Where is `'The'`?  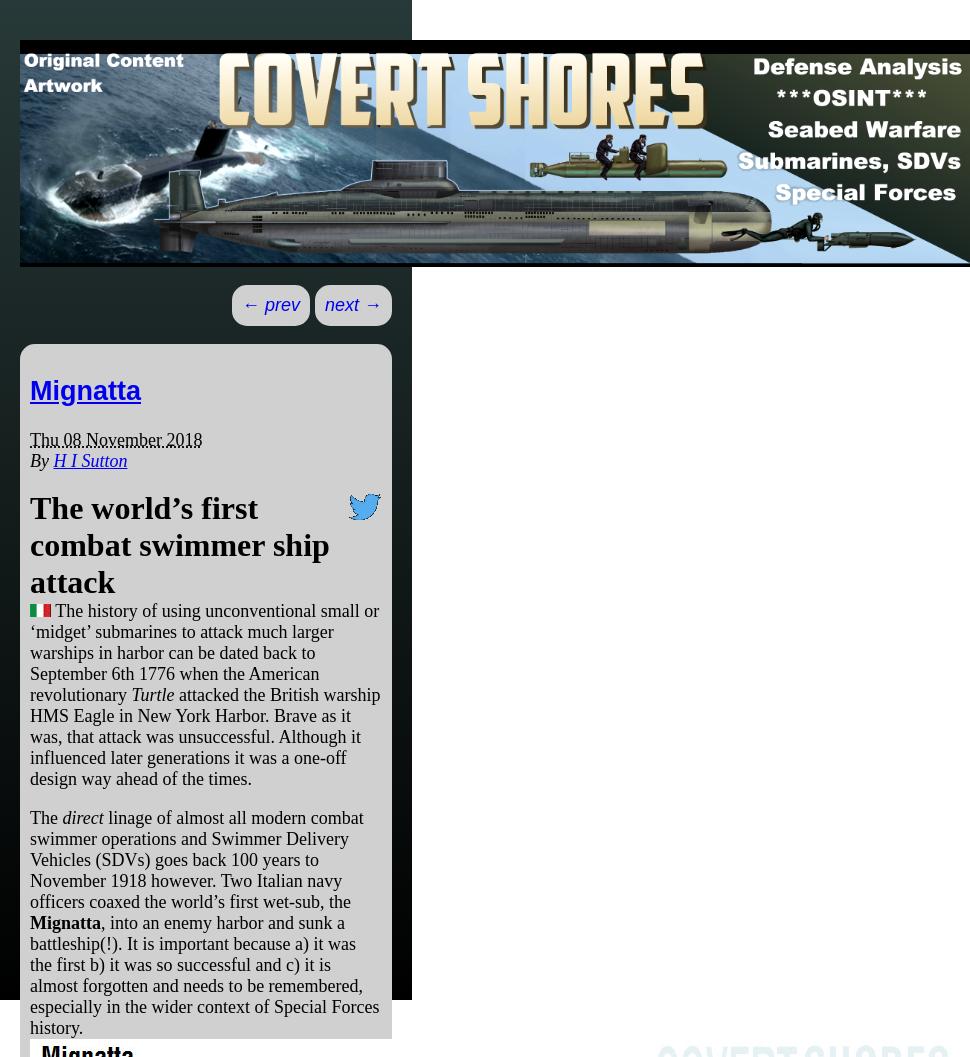 'The' is located at coordinates (45, 816).